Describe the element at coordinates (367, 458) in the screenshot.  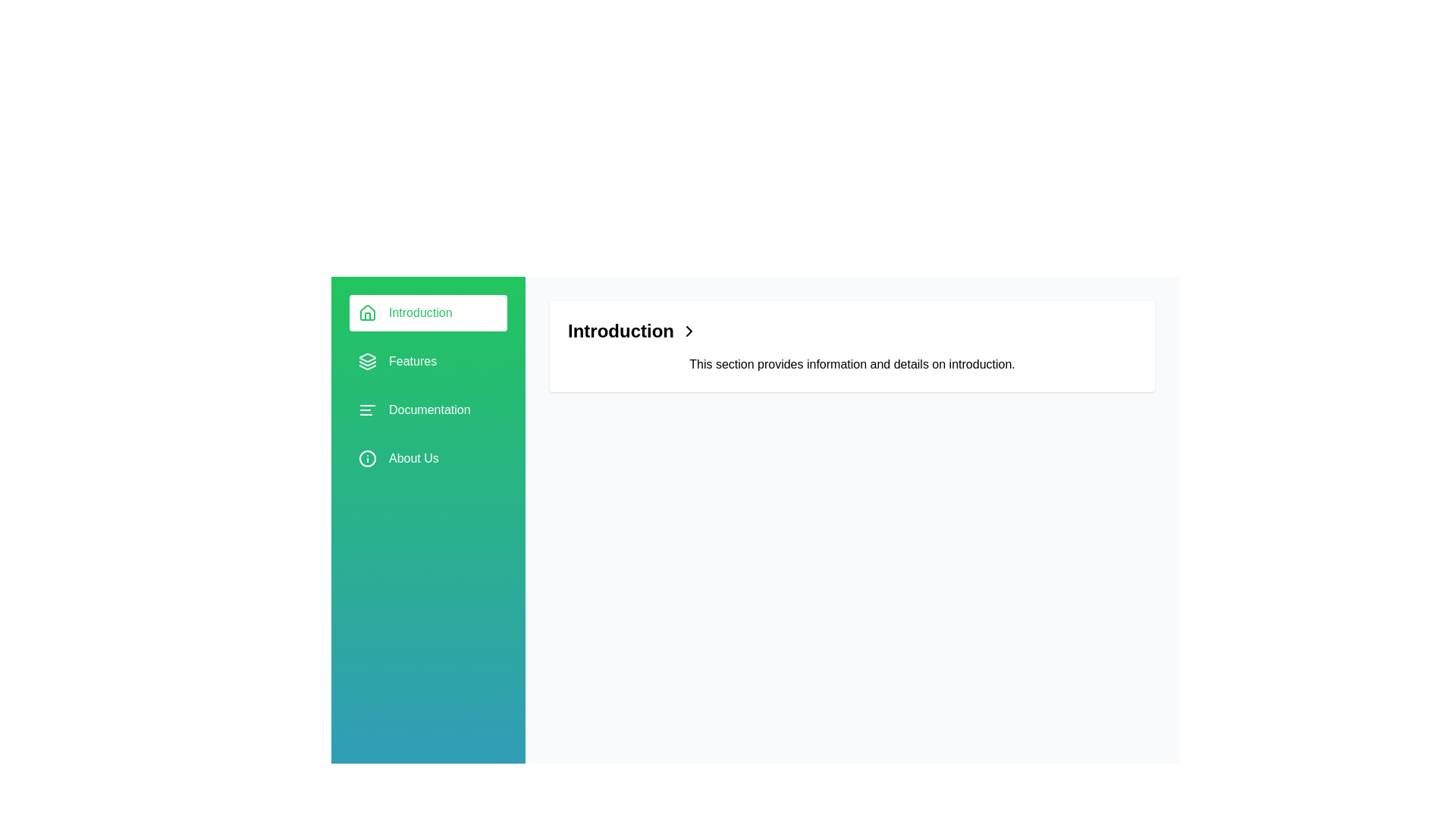
I see `the circular icon with a white outline and green background that features an 'info' symbol, located to the left of the 'About Us' text in the navigation panel` at that location.